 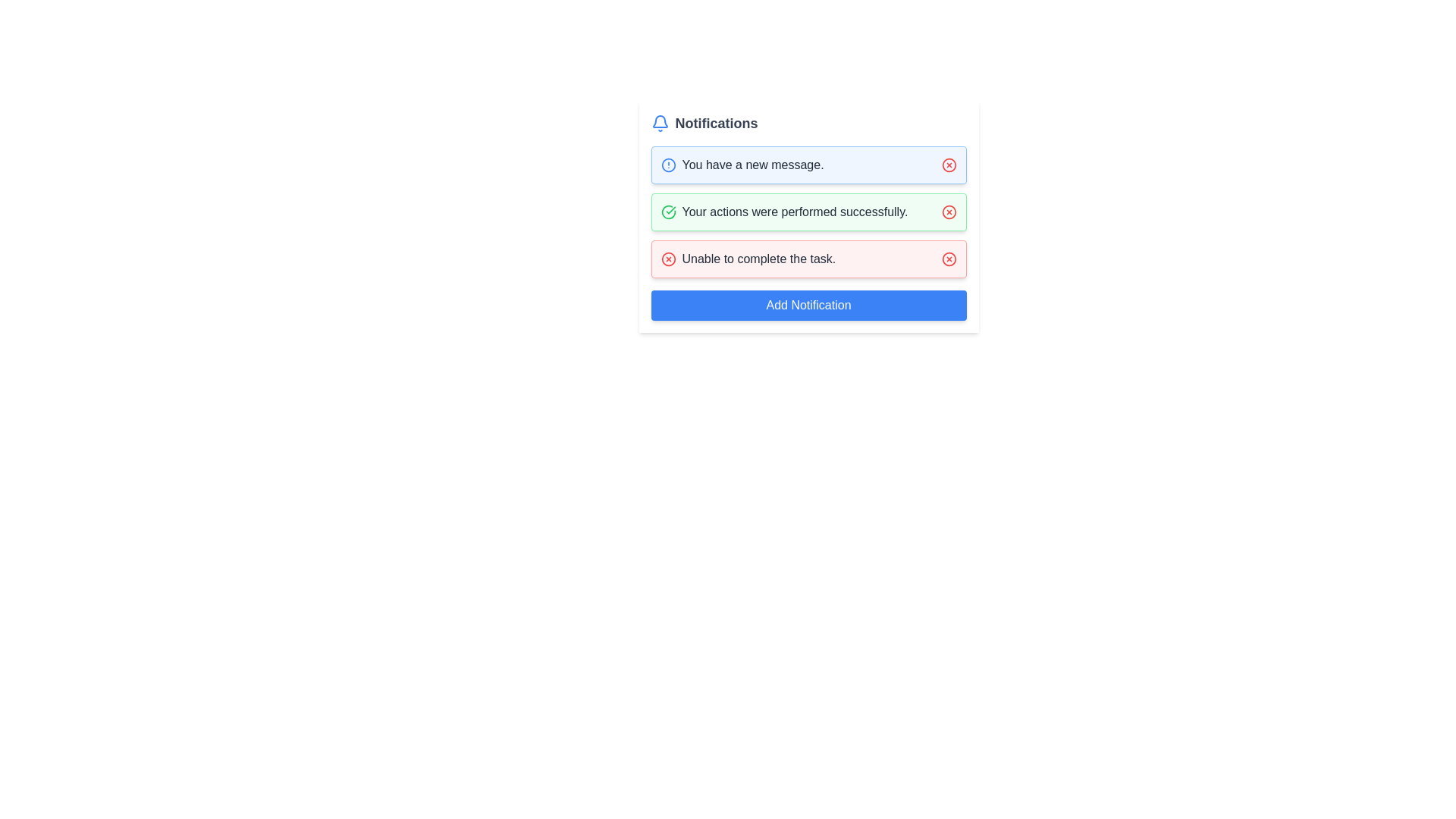 What do you see at coordinates (808, 259) in the screenshot?
I see `displayed text from the third notification alert, which has a red border and contains the message 'Unable to complete the task.'` at bounding box center [808, 259].